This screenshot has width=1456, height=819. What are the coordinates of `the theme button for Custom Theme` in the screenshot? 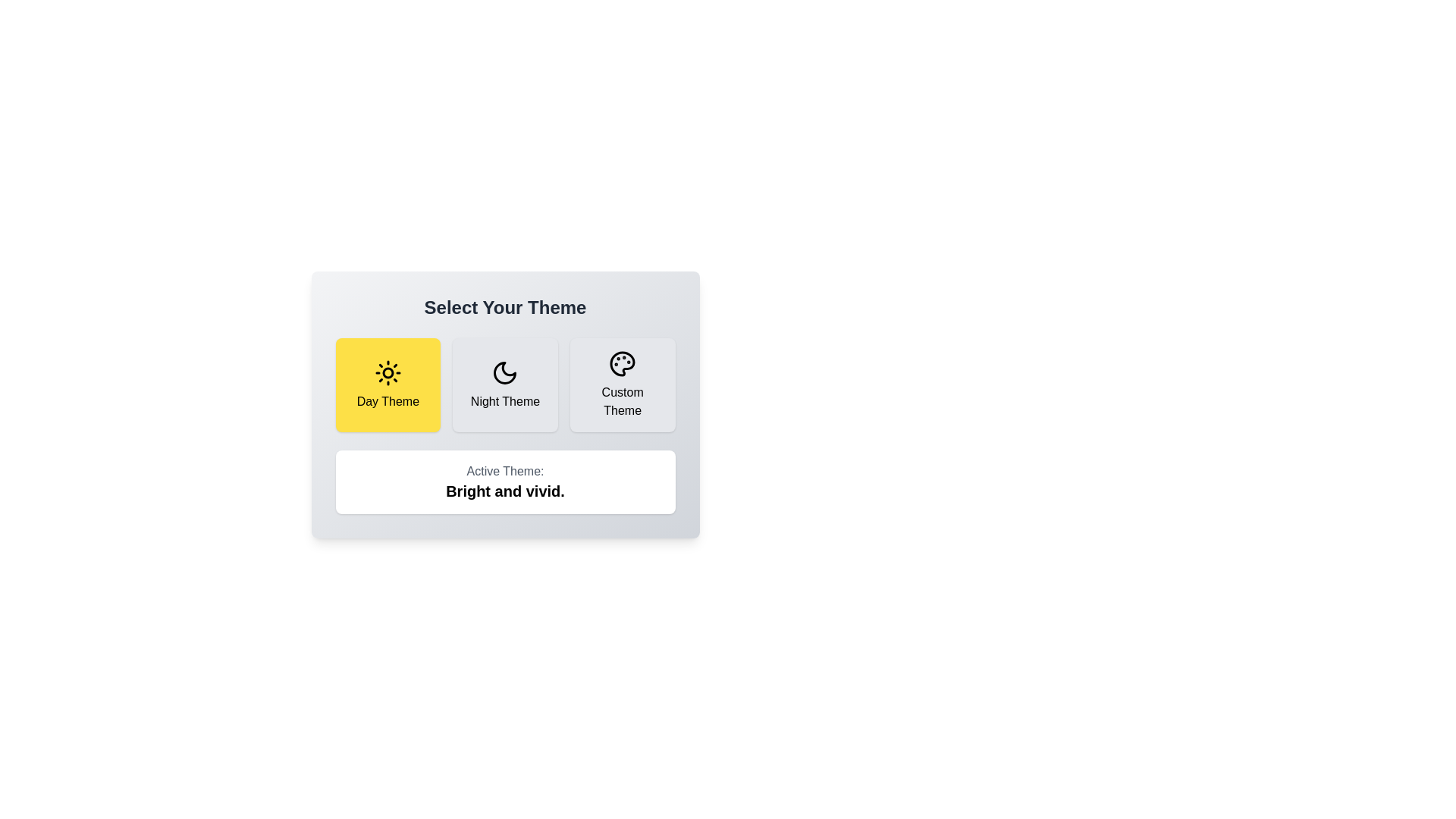 It's located at (623, 384).